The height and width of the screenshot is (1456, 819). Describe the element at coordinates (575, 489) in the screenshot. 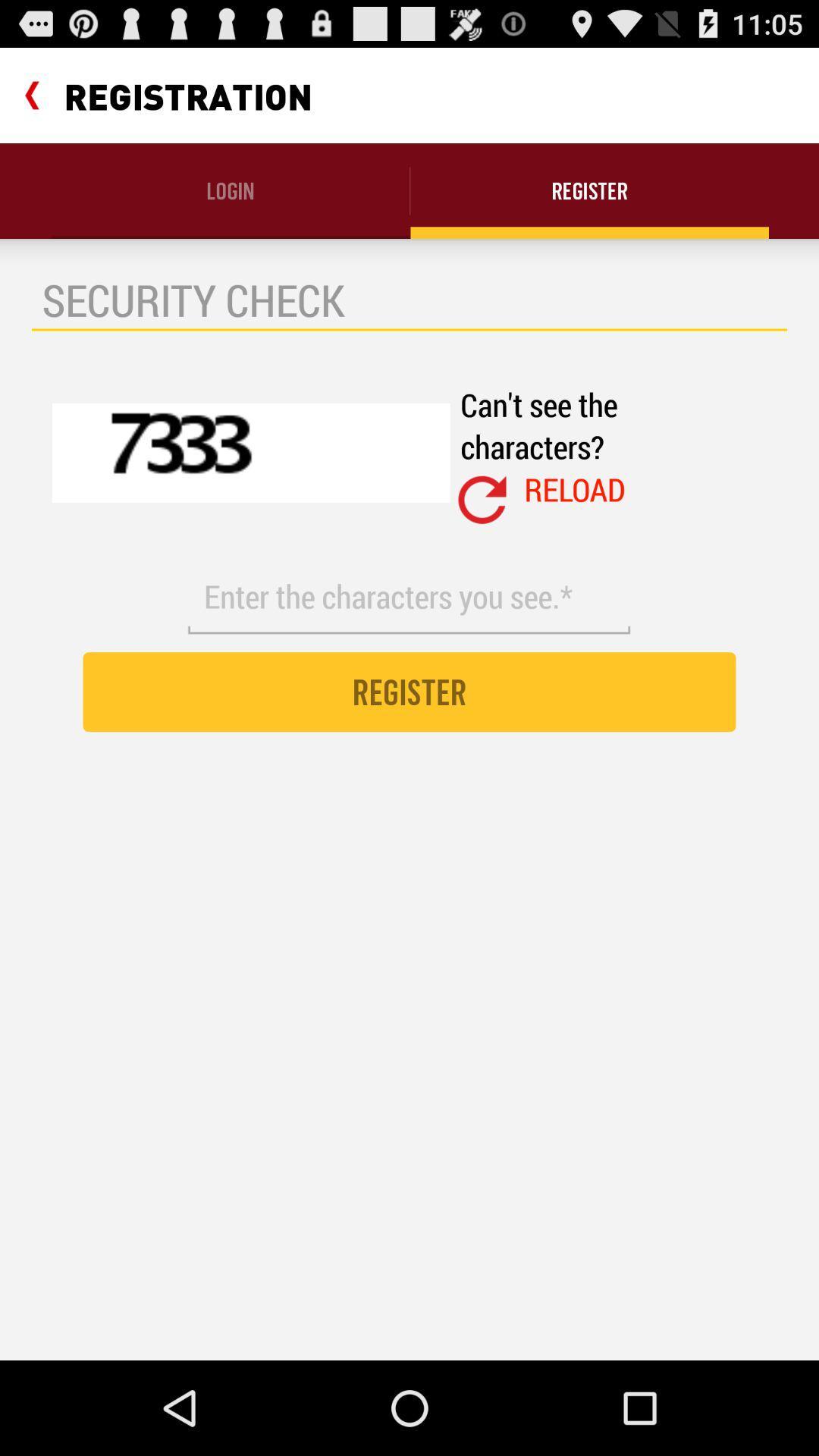

I see `item on the right` at that location.